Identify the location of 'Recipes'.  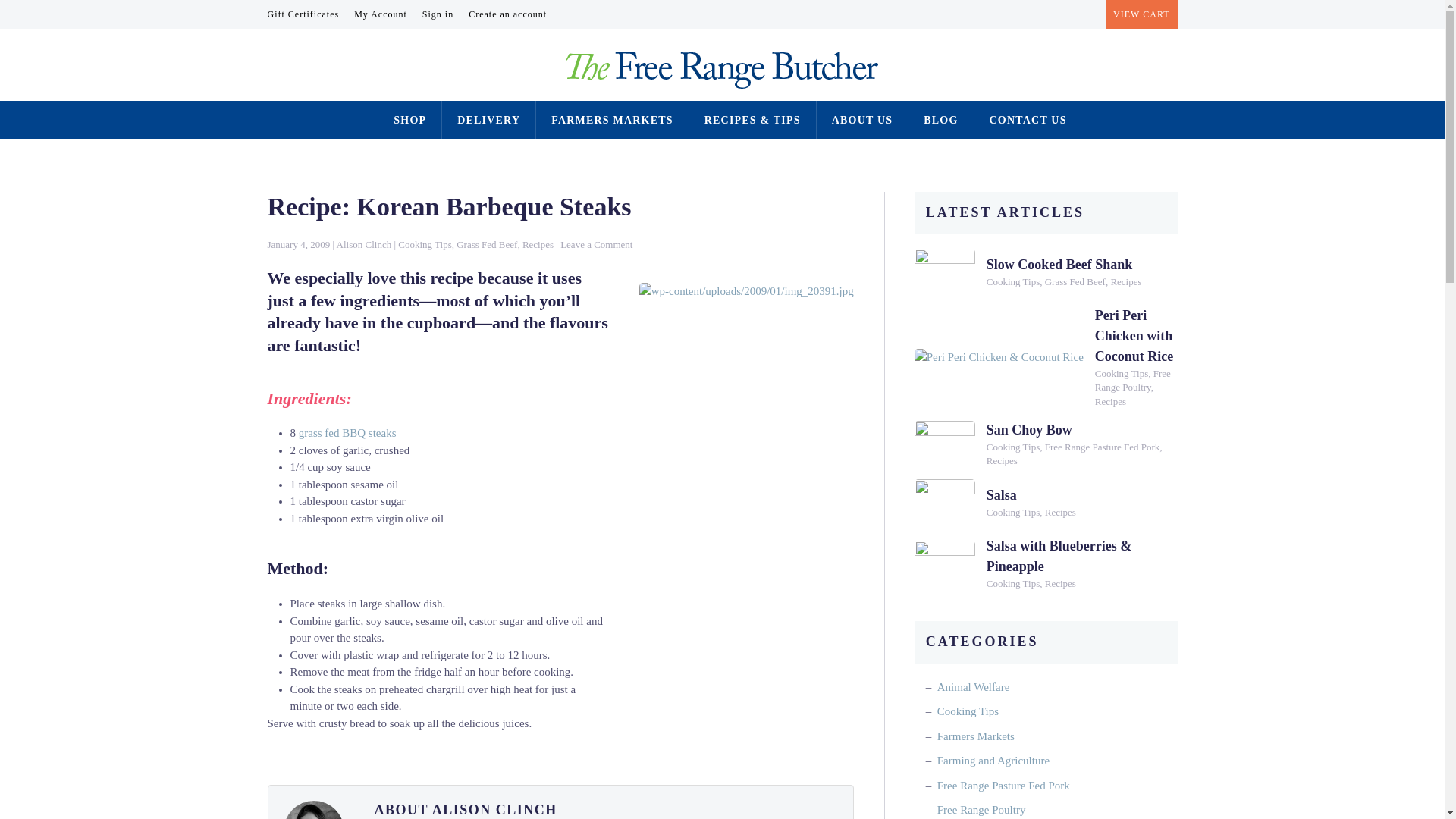
(538, 243).